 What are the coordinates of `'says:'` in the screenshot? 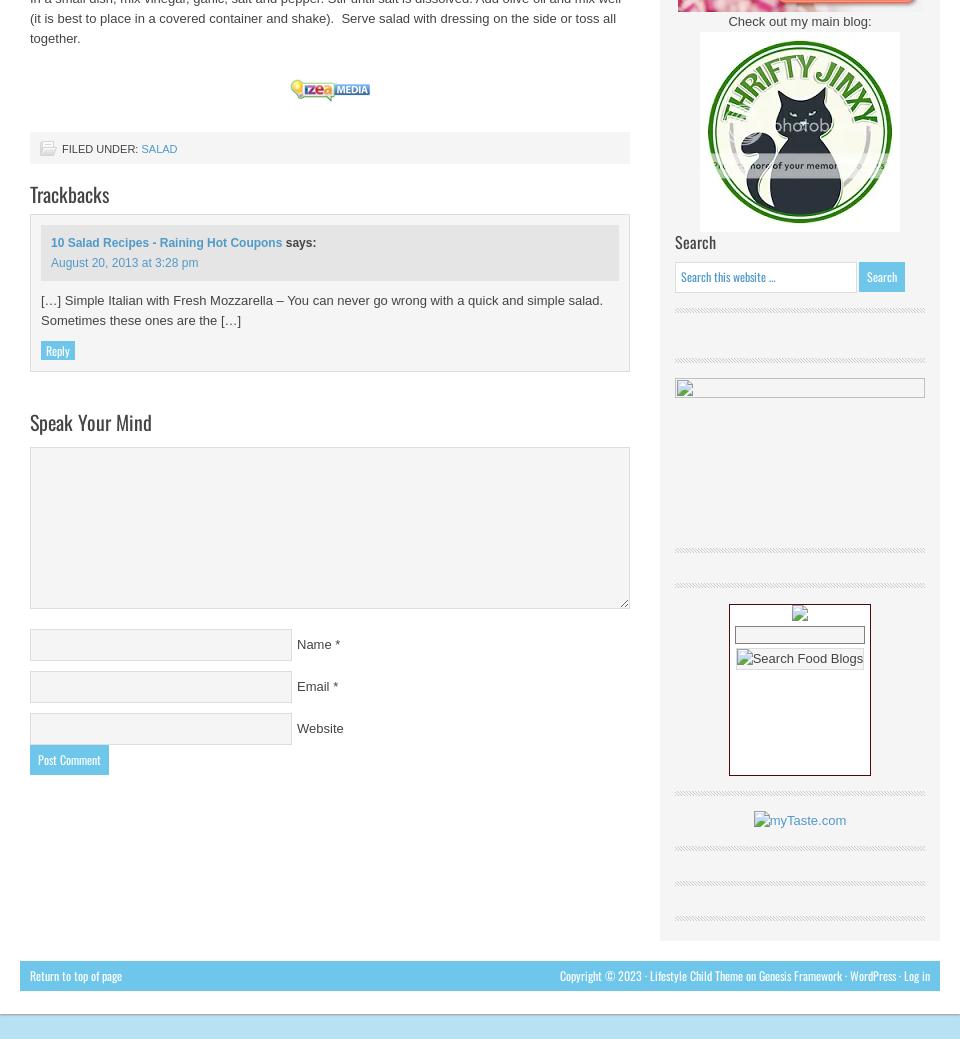 It's located at (299, 243).